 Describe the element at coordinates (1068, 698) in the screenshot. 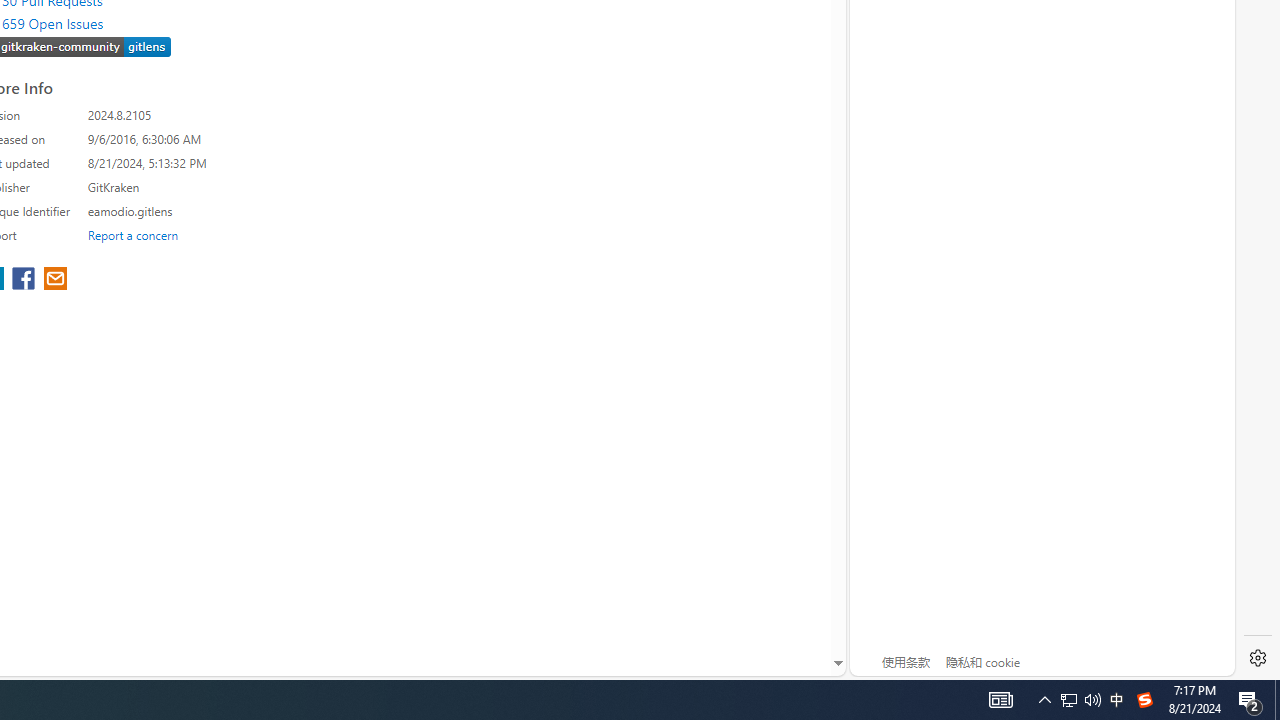

I see `'Tray Input Indicator - Chinese (Simplified, China)'` at that location.